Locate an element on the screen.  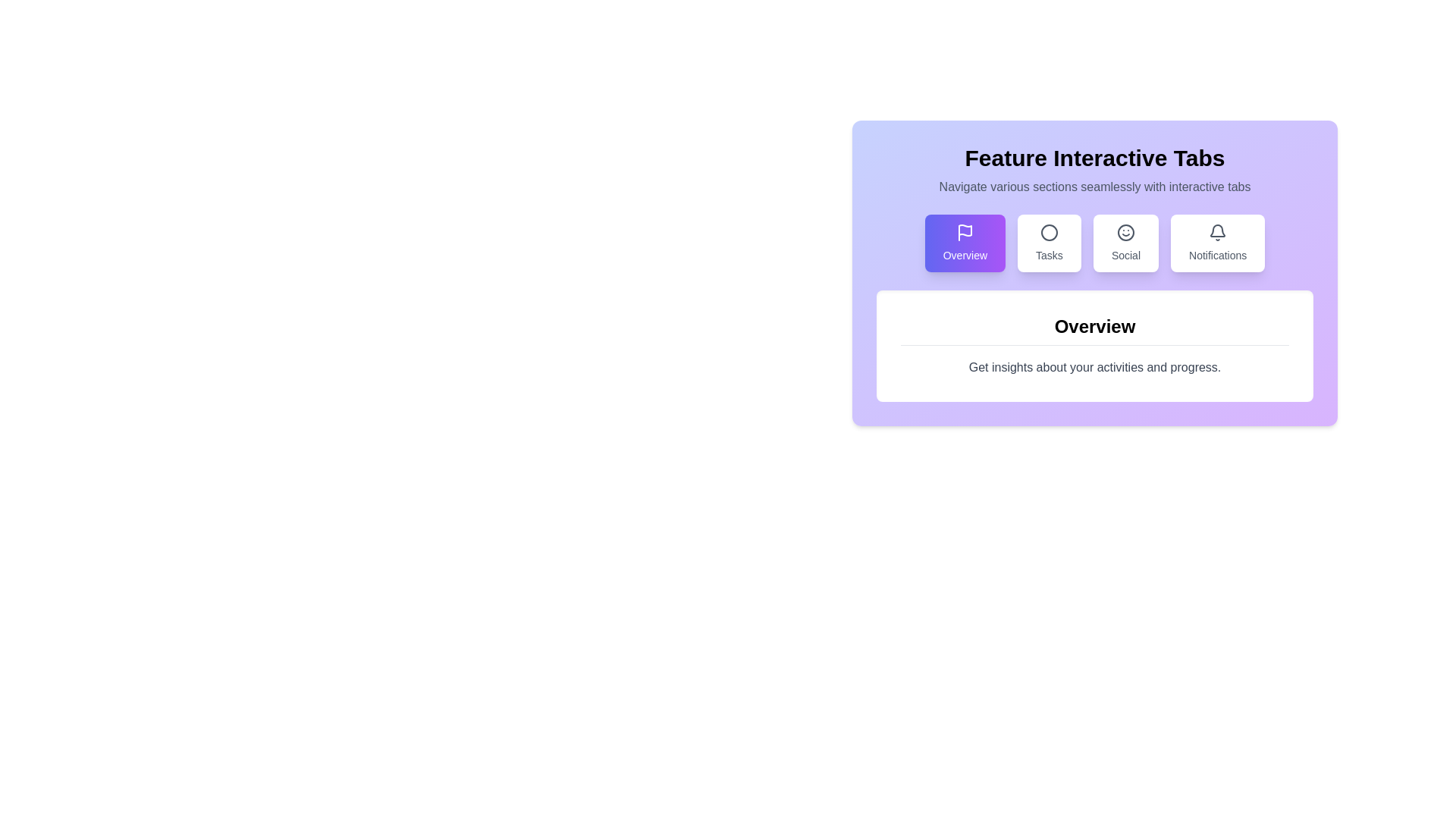
the static text label that serves as the description for the button activating the 'Overview' section, located at the top-left corner of the interactive tabs section, beneath a flag icon is located at coordinates (964, 254).